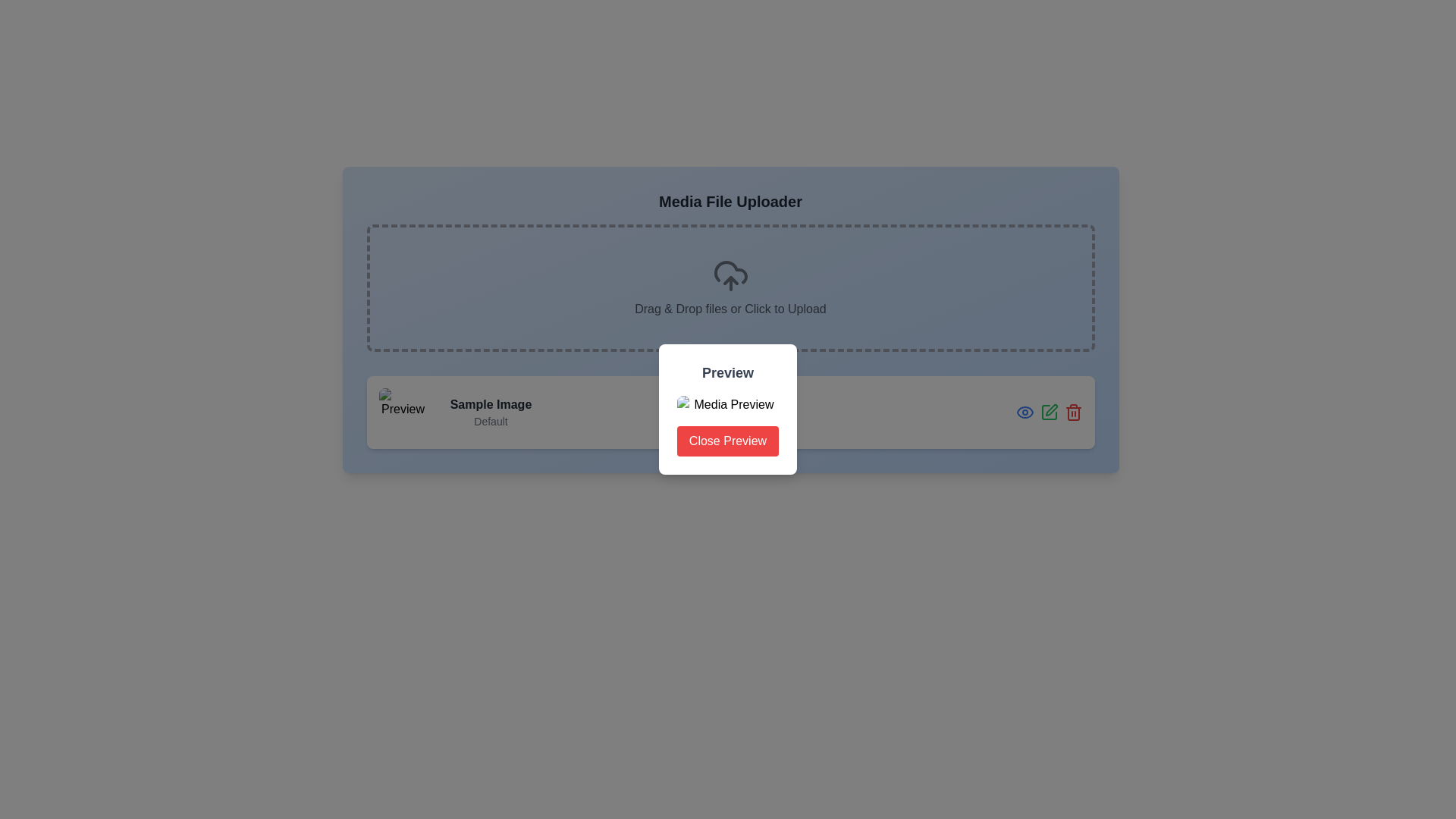  Describe the element at coordinates (728, 409) in the screenshot. I see `the center of the modal dialog box` at that location.